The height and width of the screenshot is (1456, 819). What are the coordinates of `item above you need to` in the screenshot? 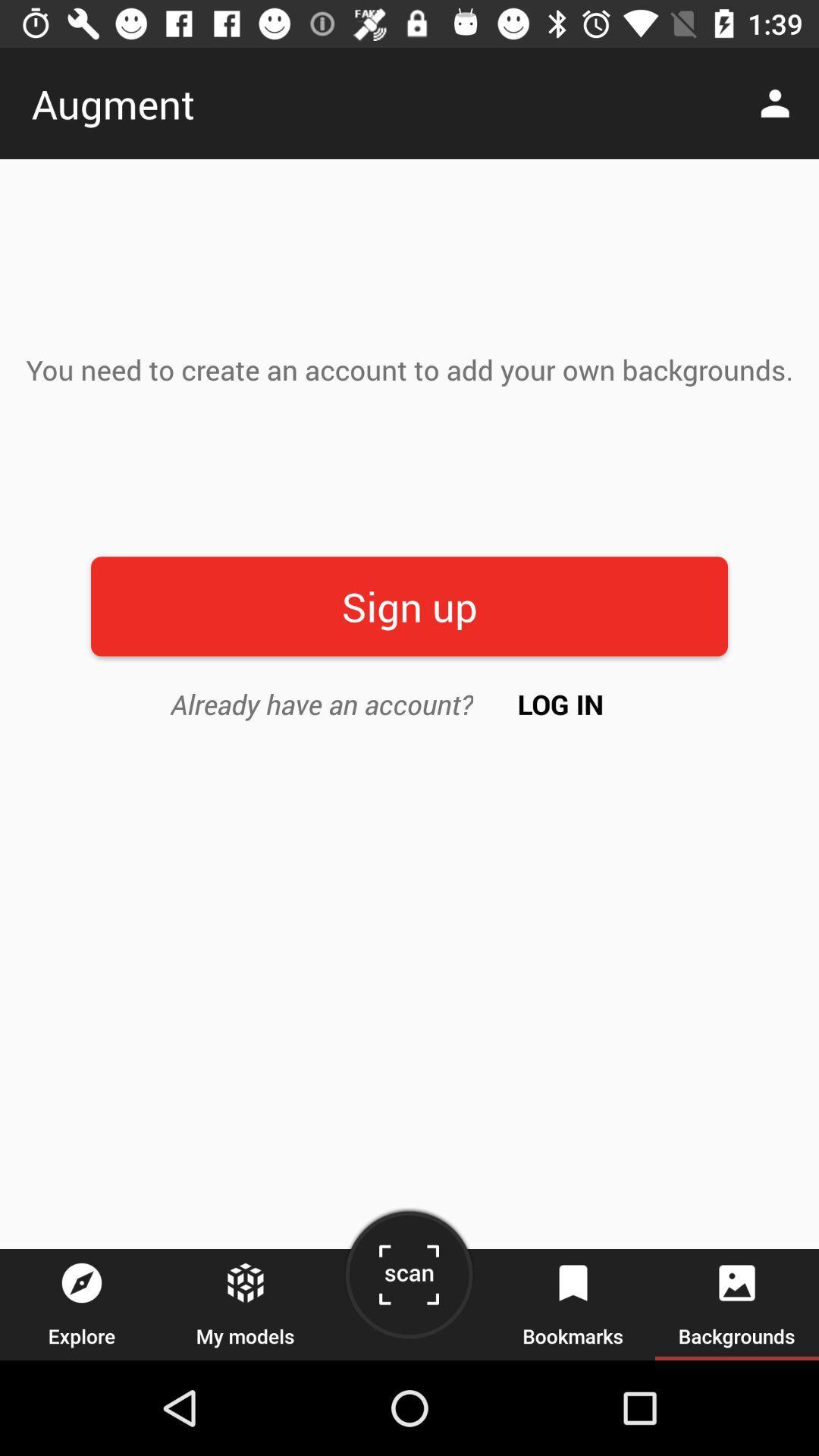 It's located at (779, 102).